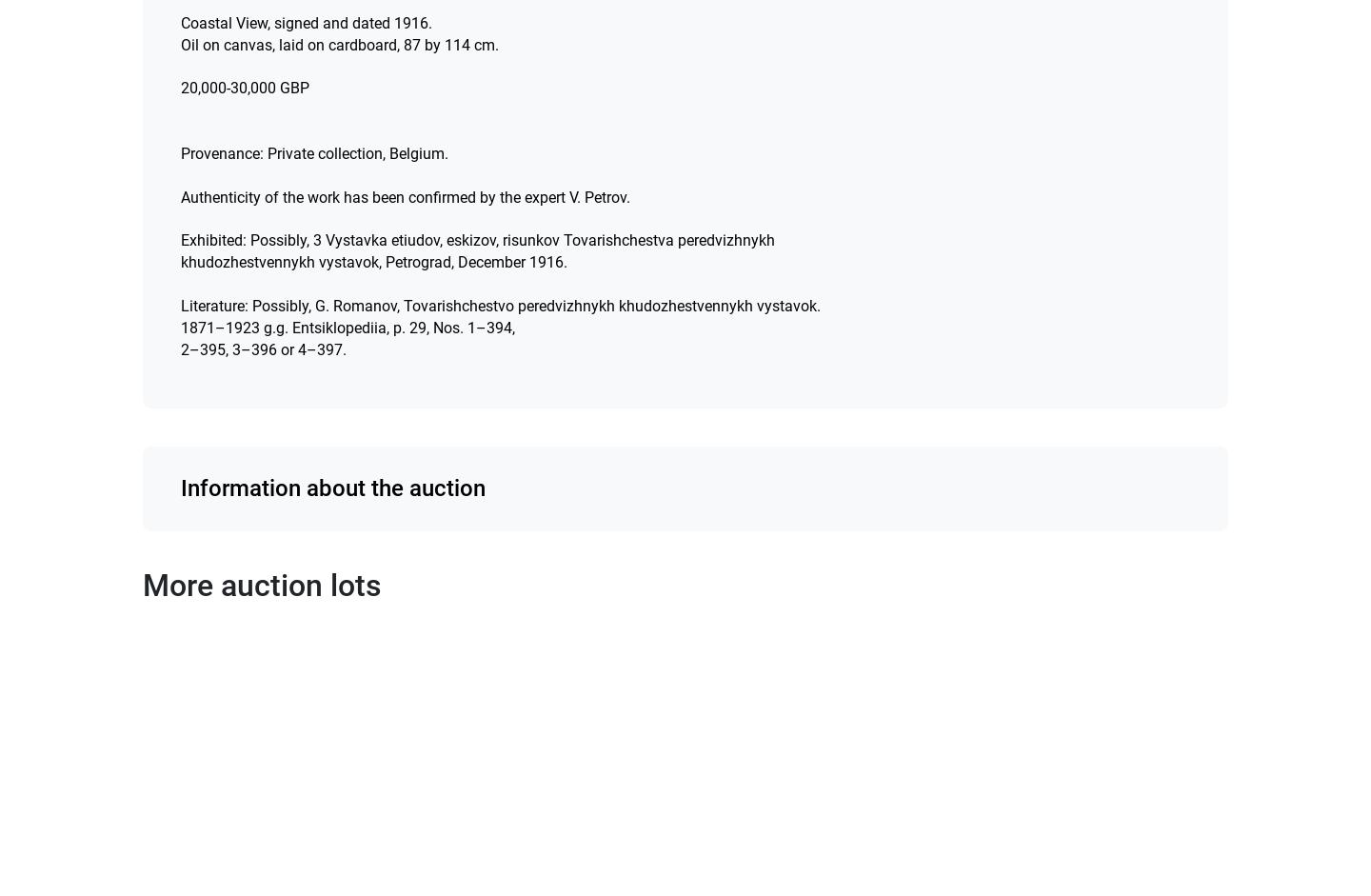 This screenshot has width=1371, height=896. What do you see at coordinates (314, 151) in the screenshot?
I see `'Provenance: Private collection, Belgium.'` at bounding box center [314, 151].